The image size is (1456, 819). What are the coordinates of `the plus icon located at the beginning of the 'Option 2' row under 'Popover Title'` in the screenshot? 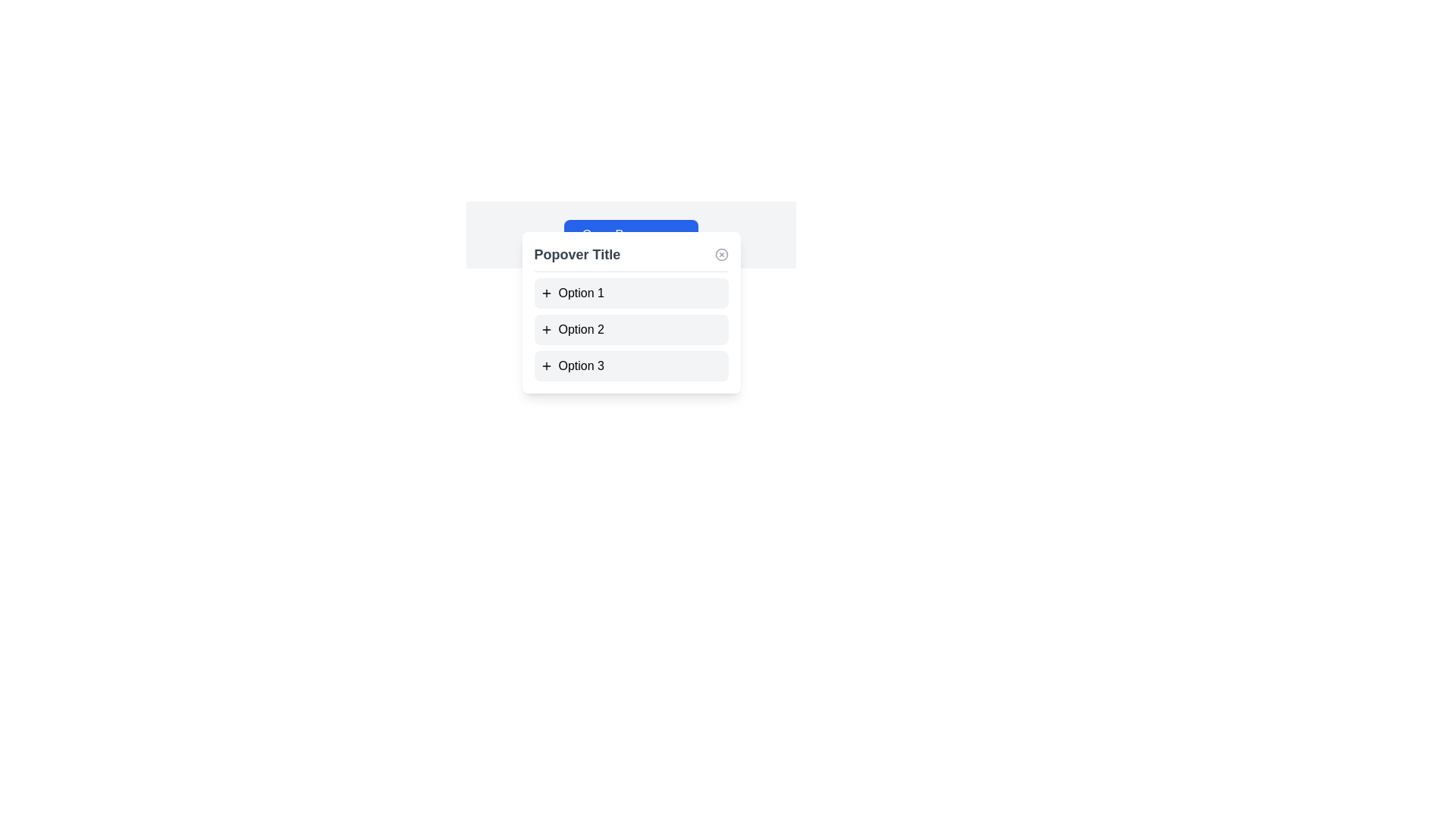 It's located at (546, 329).